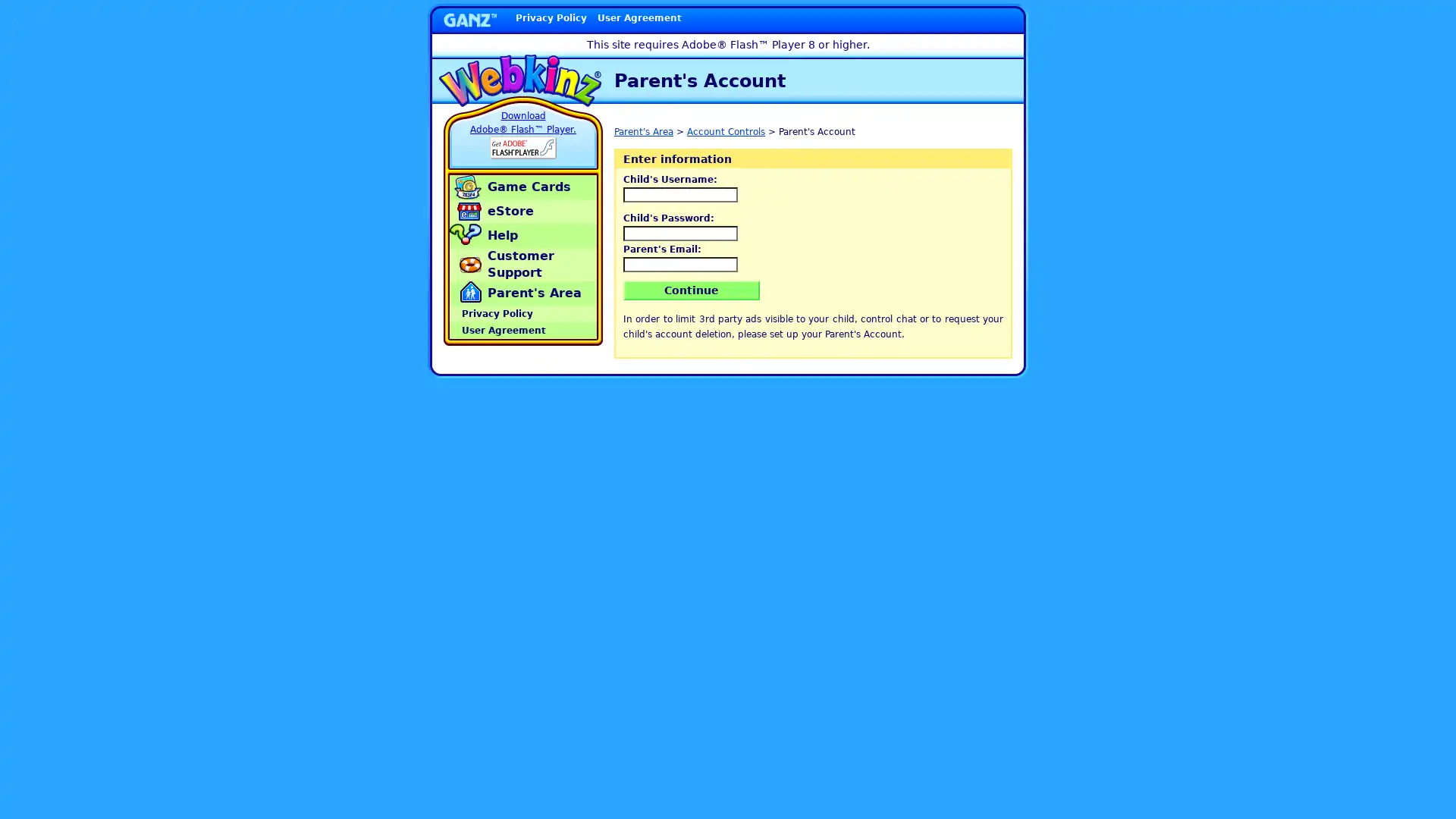  What do you see at coordinates (691, 290) in the screenshot?
I see `Continue` at bounding box center [691, 290].